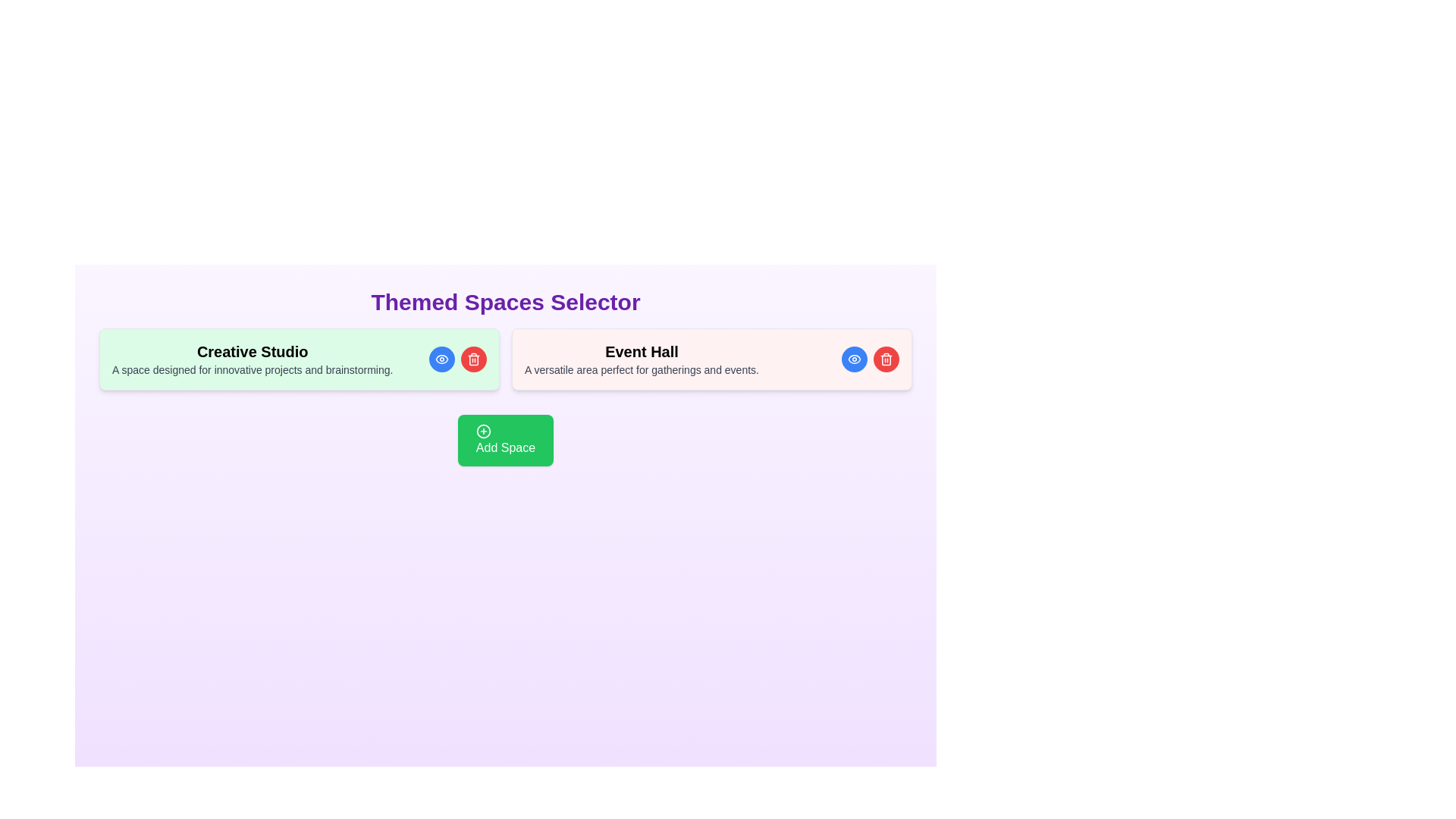  I want to click on the green 'Add Space' button with a white plus icon and white text, located beneath the title 'Themed Spaces Selector', so click(506, 441).